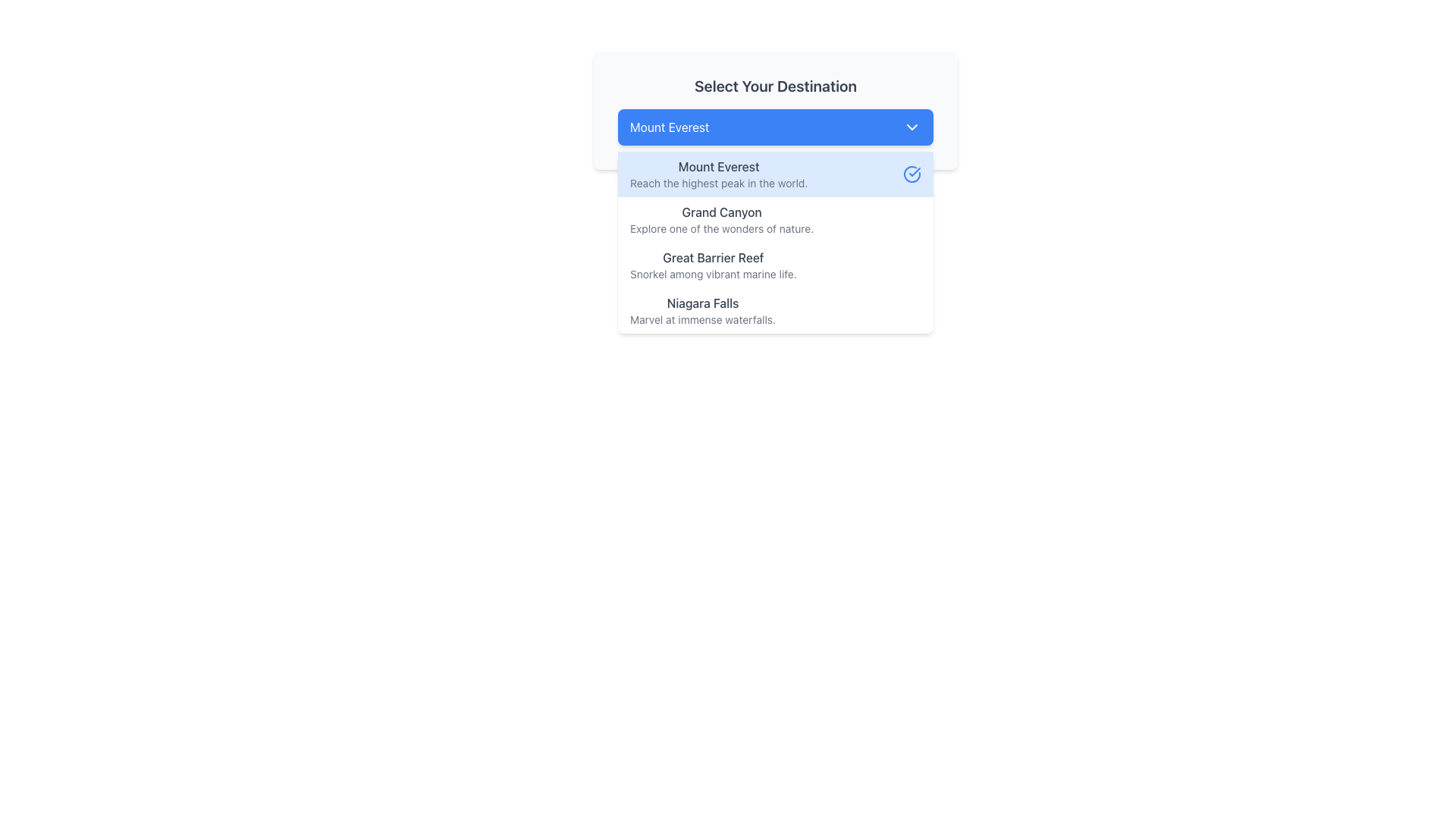  I want to click on the Checkmark Icon indicating that the 'Mount Everest' item is currently selected, which serves as a visual confirmation, so click(912, 174).